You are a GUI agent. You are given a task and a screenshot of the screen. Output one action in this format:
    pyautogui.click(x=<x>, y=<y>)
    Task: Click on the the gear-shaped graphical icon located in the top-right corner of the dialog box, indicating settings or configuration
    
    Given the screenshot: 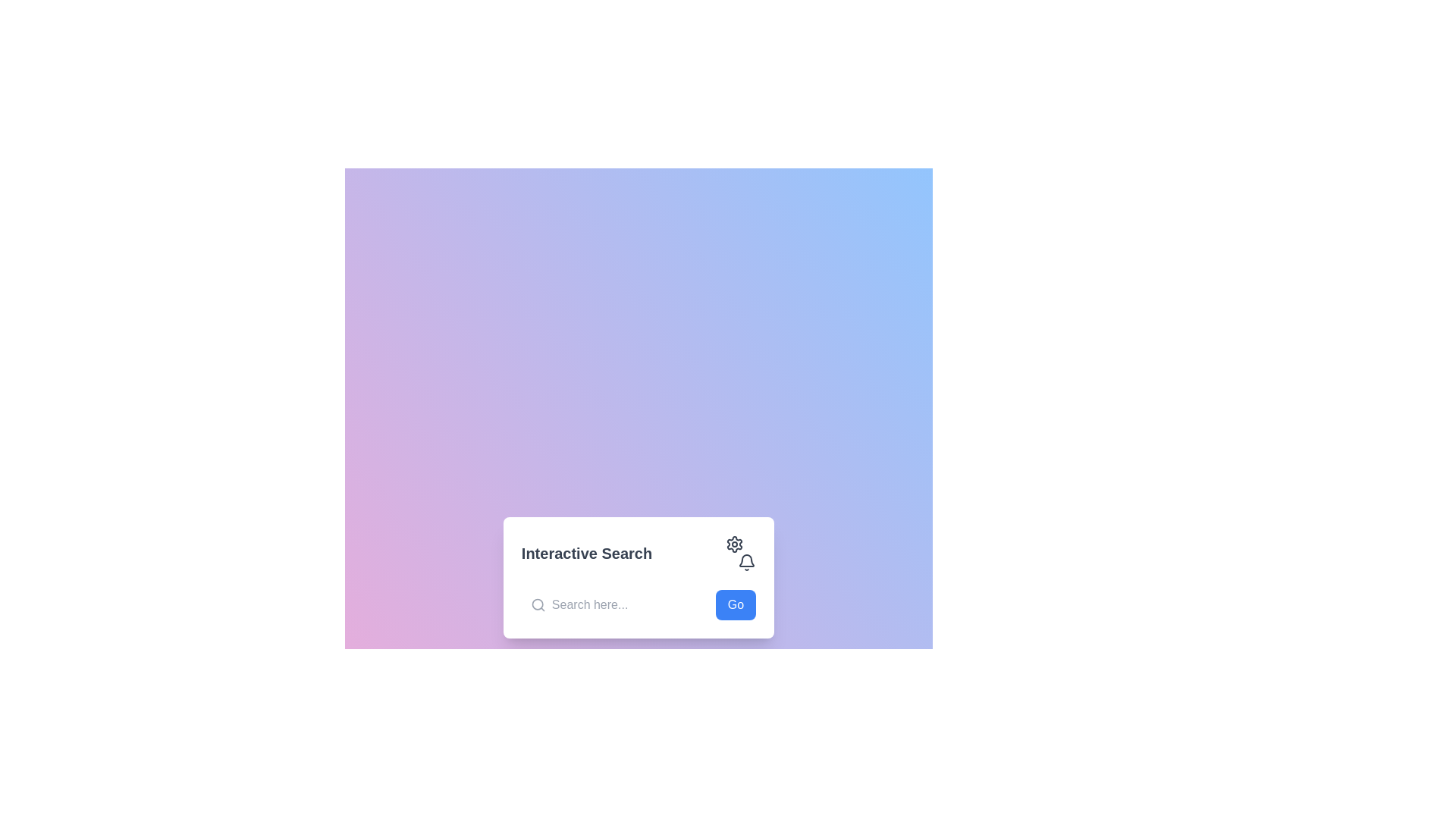 What is the action you would take?
    pyautogui.click(x=735, y=543)
    